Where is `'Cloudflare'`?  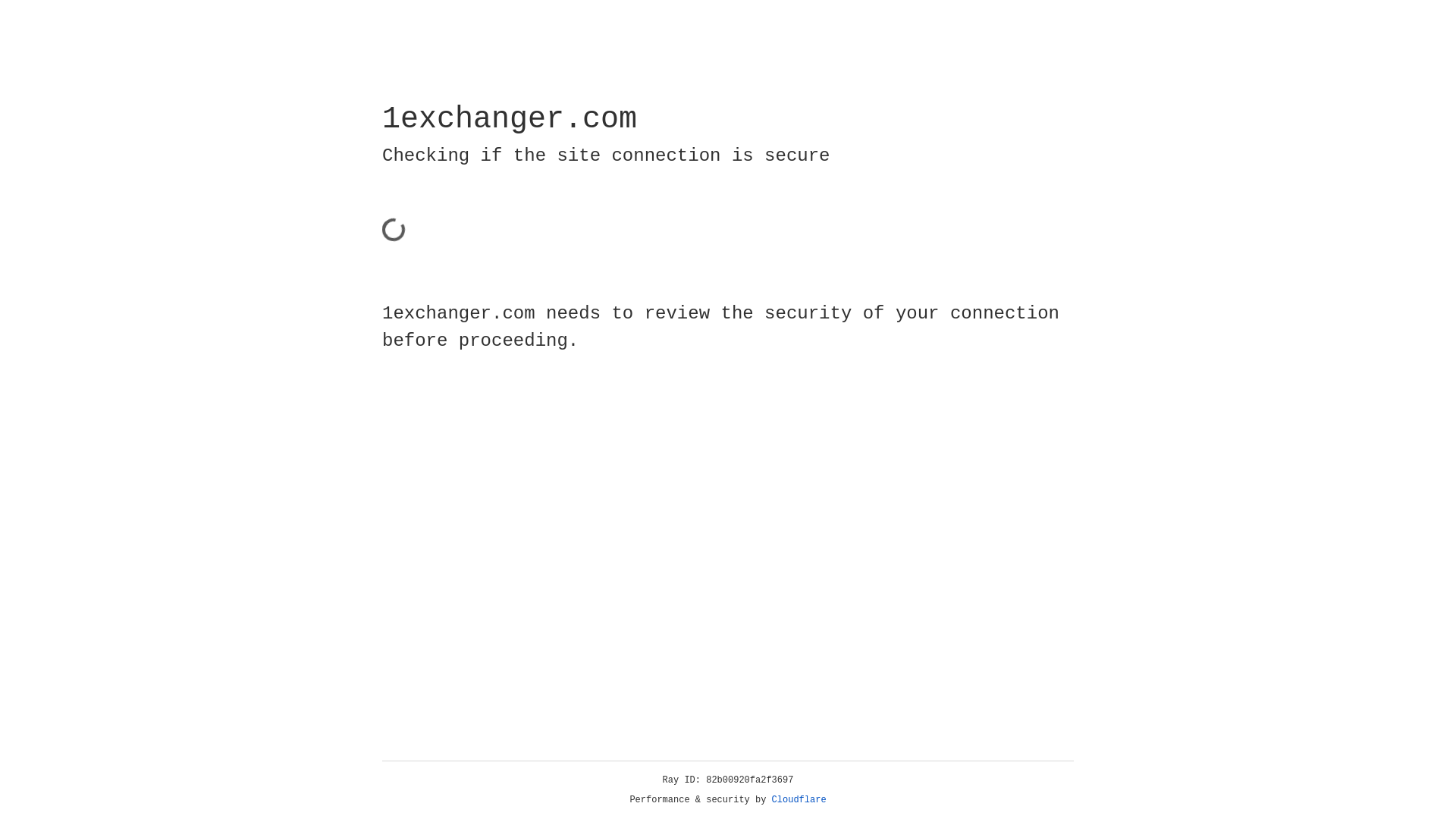
'Cloudflare' is located at coordinates (799, 799).